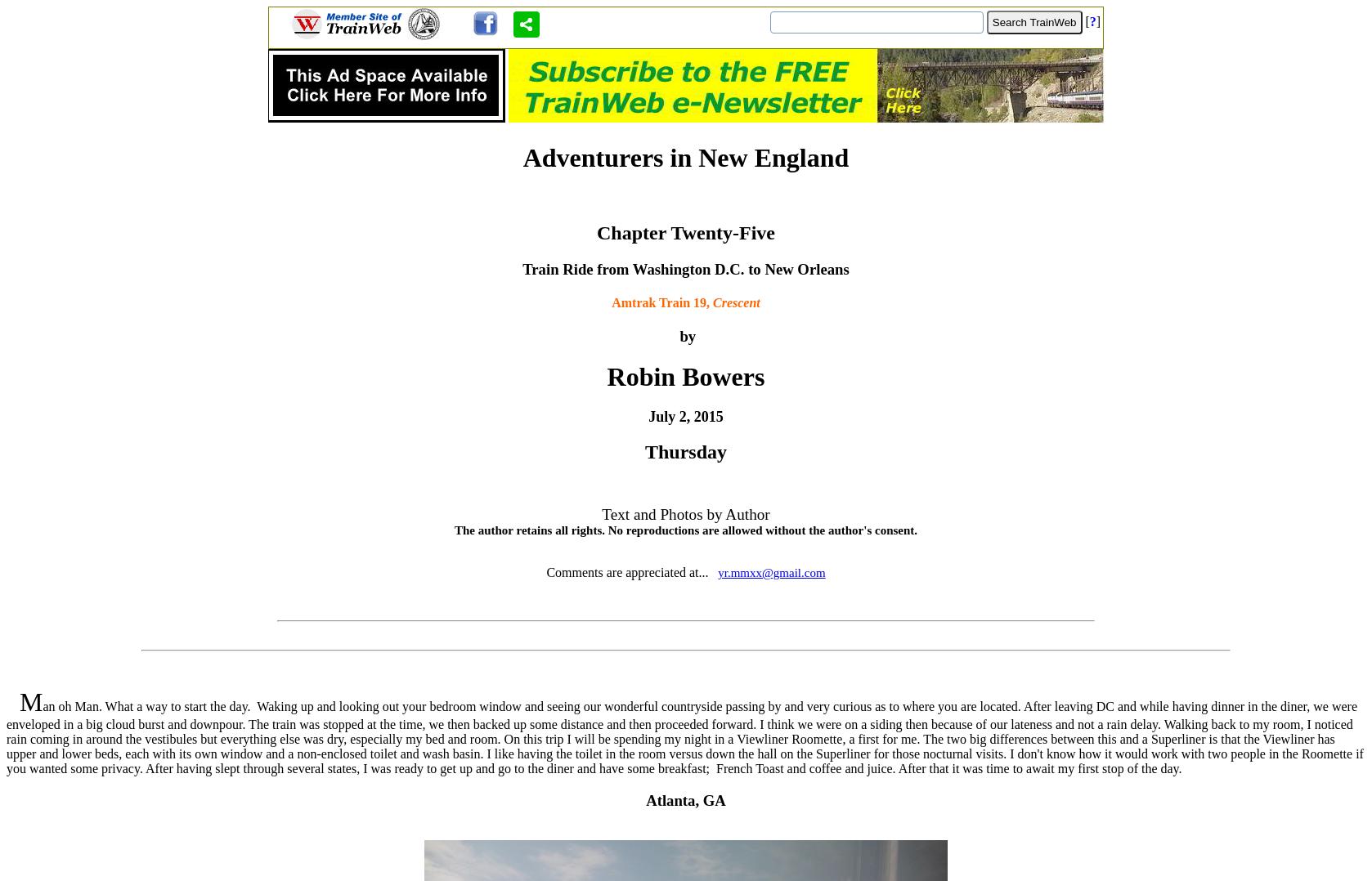  What do you see at coordinates (643, 450) in the screenshot?
I see `'Thursday'` at bounding box center [643, 450].